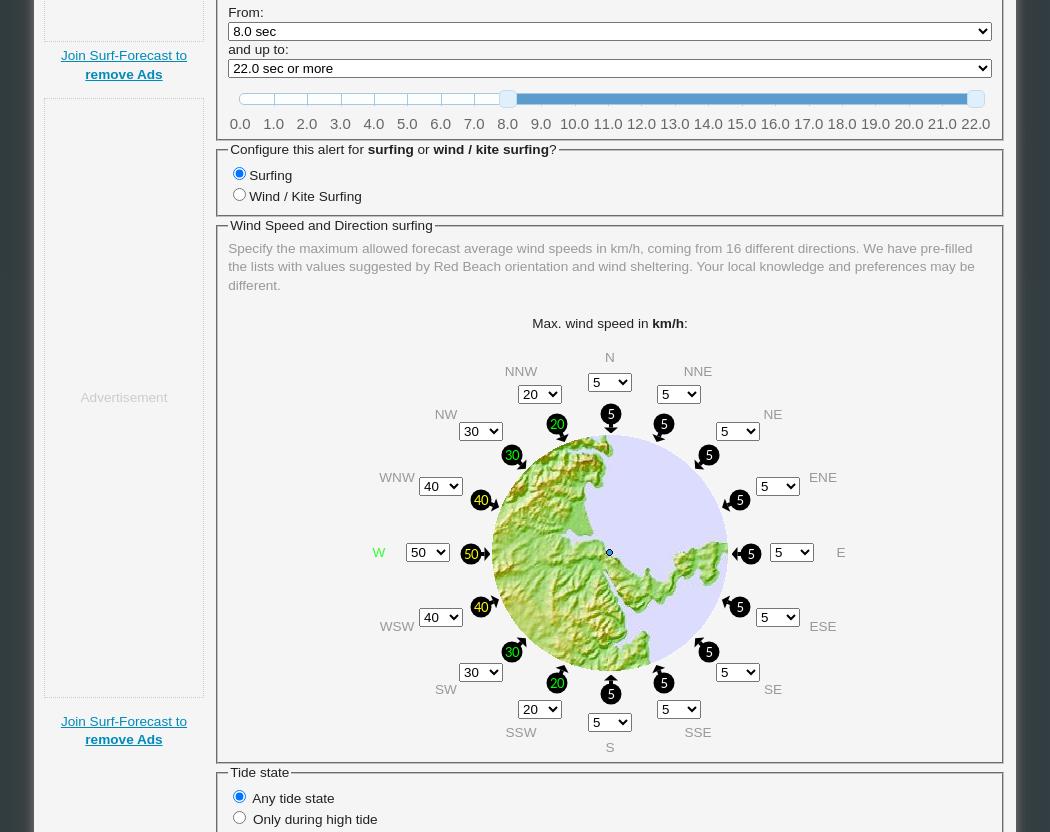  I want to click on 'From:', so click(245, 11).